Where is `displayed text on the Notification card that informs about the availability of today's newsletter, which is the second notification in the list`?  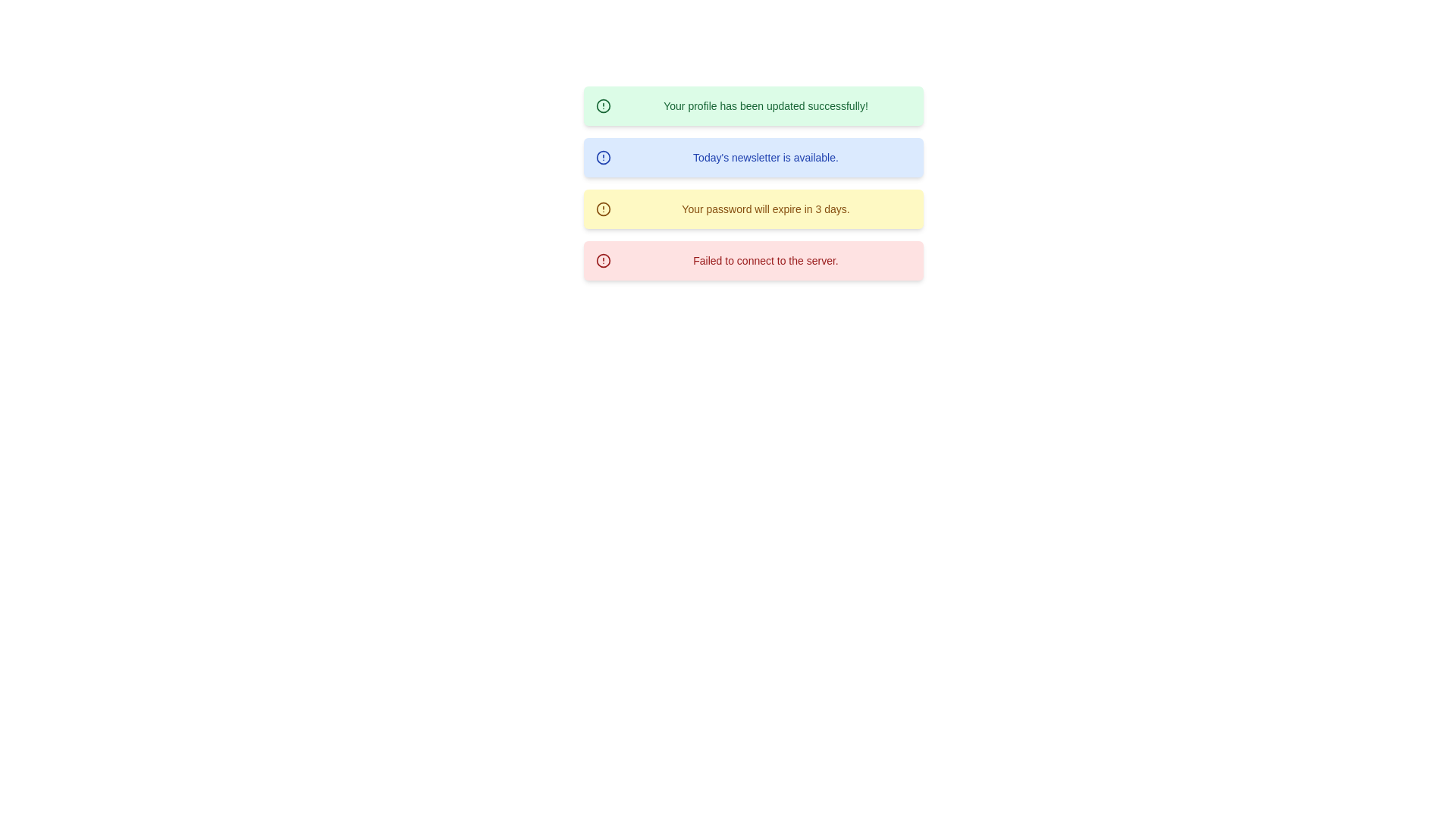
displayed text on the Notification card that informs about the availability of today's newsletter, which is the second notification in the list is located at coordinates (753, 158).